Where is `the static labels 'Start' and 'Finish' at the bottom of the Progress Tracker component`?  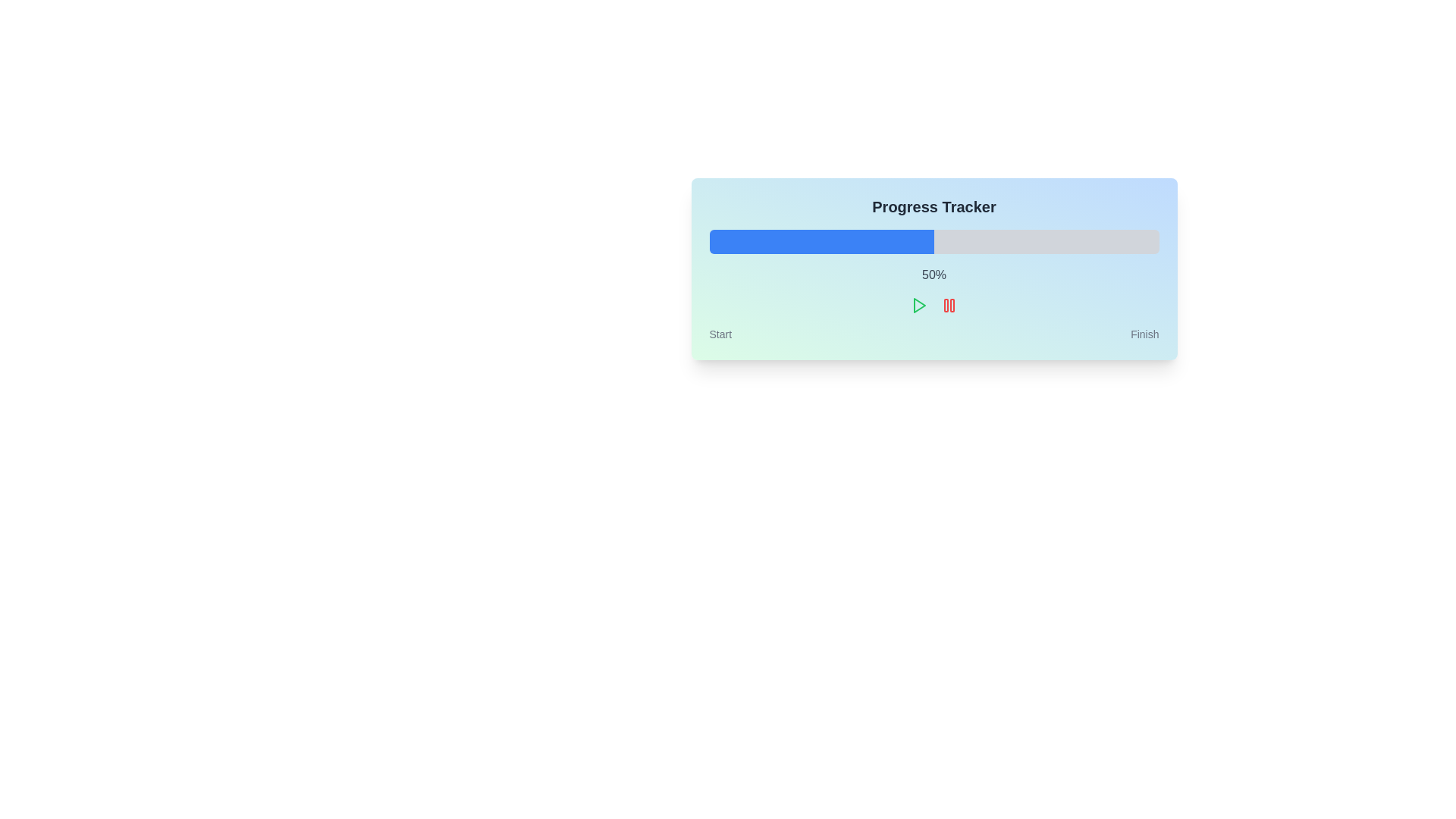 the static labels 'Start' and 'Finish' at the bottom of the Progress Tracker component is located at coordinates (934, 333).